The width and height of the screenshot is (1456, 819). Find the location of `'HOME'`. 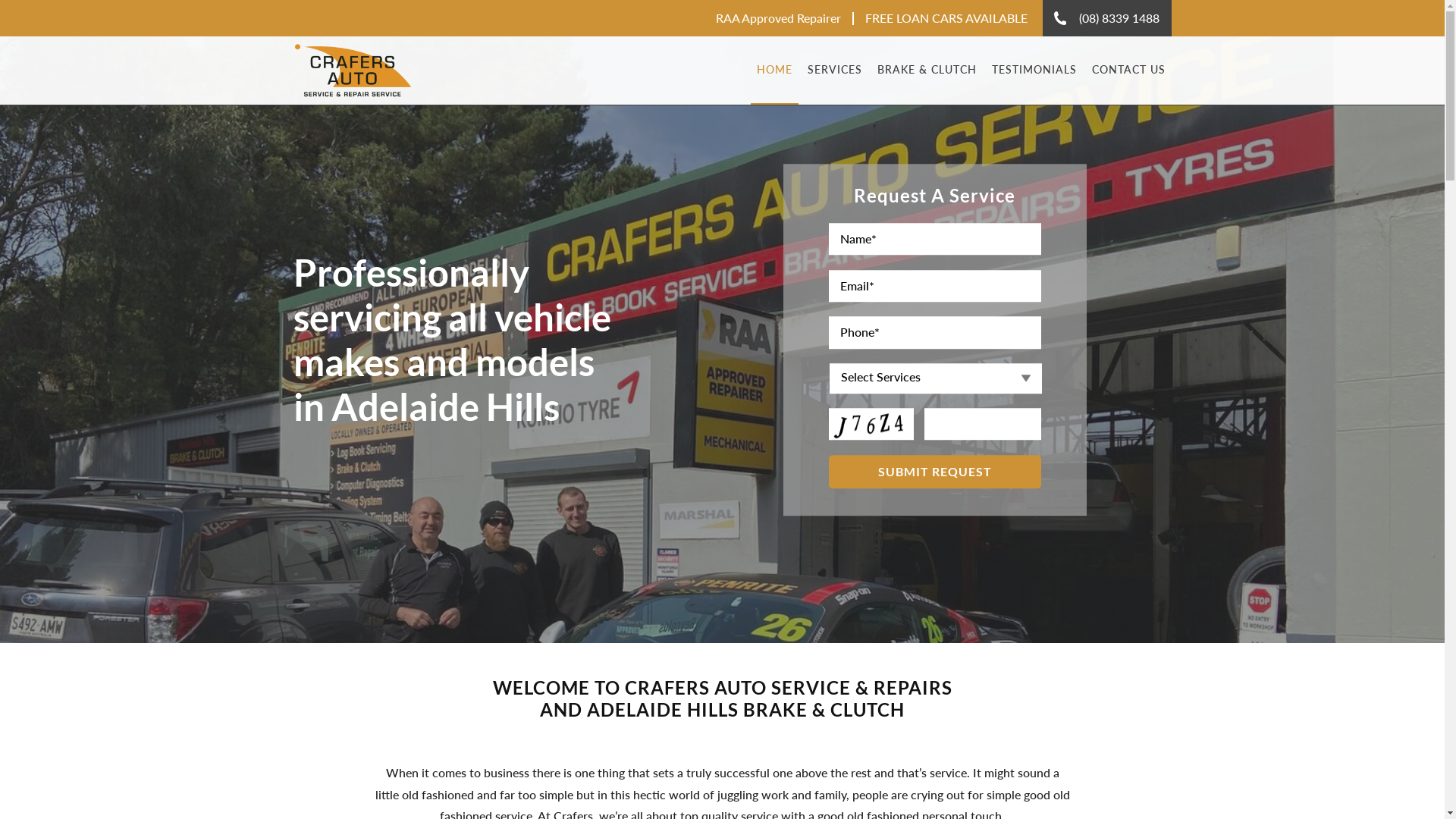

'HOME' is located at coordinates (750, 70).